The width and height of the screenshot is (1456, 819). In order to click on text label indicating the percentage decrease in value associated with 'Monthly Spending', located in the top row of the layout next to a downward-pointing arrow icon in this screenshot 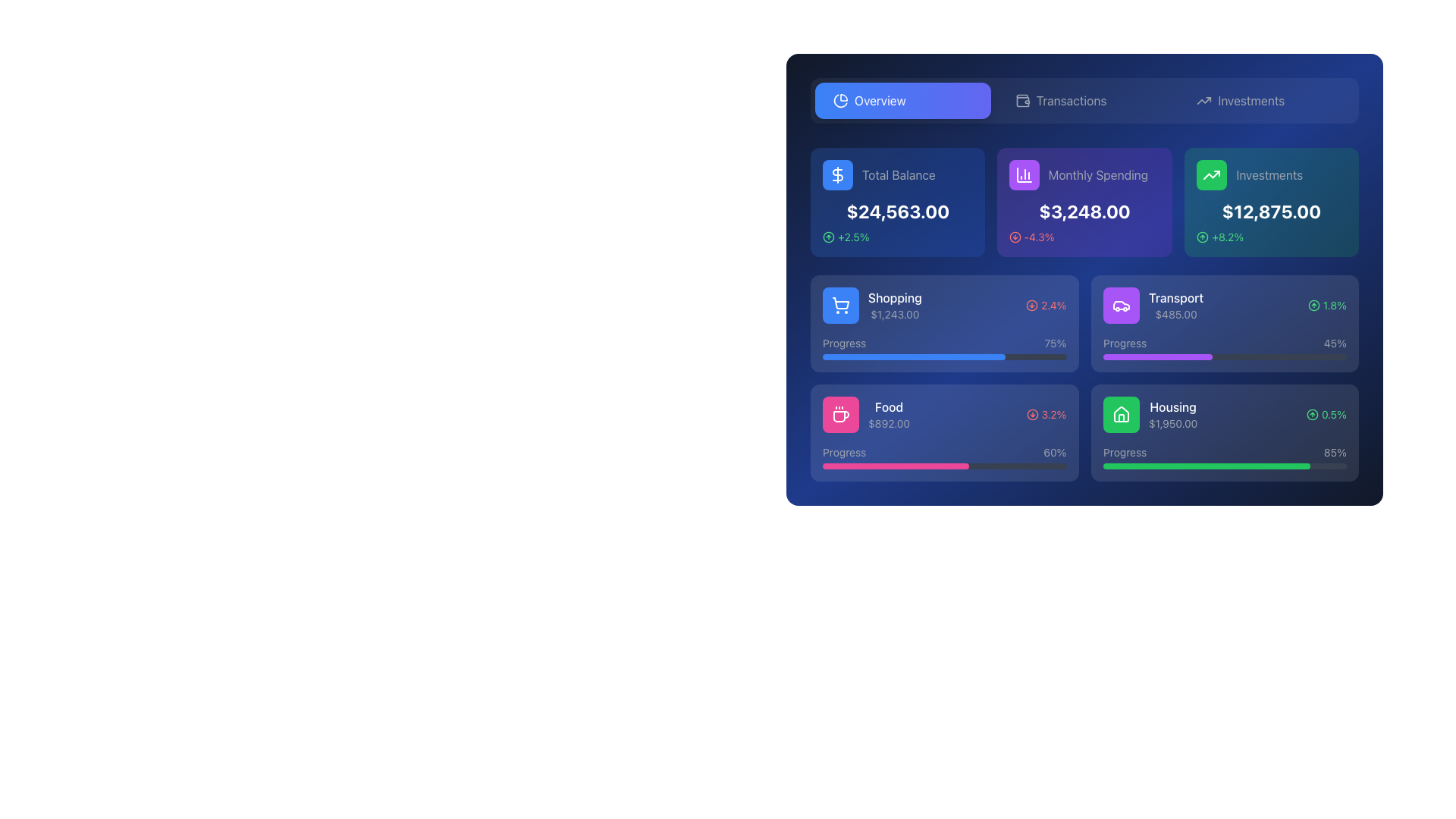, I will do `click(1039, 237)`.